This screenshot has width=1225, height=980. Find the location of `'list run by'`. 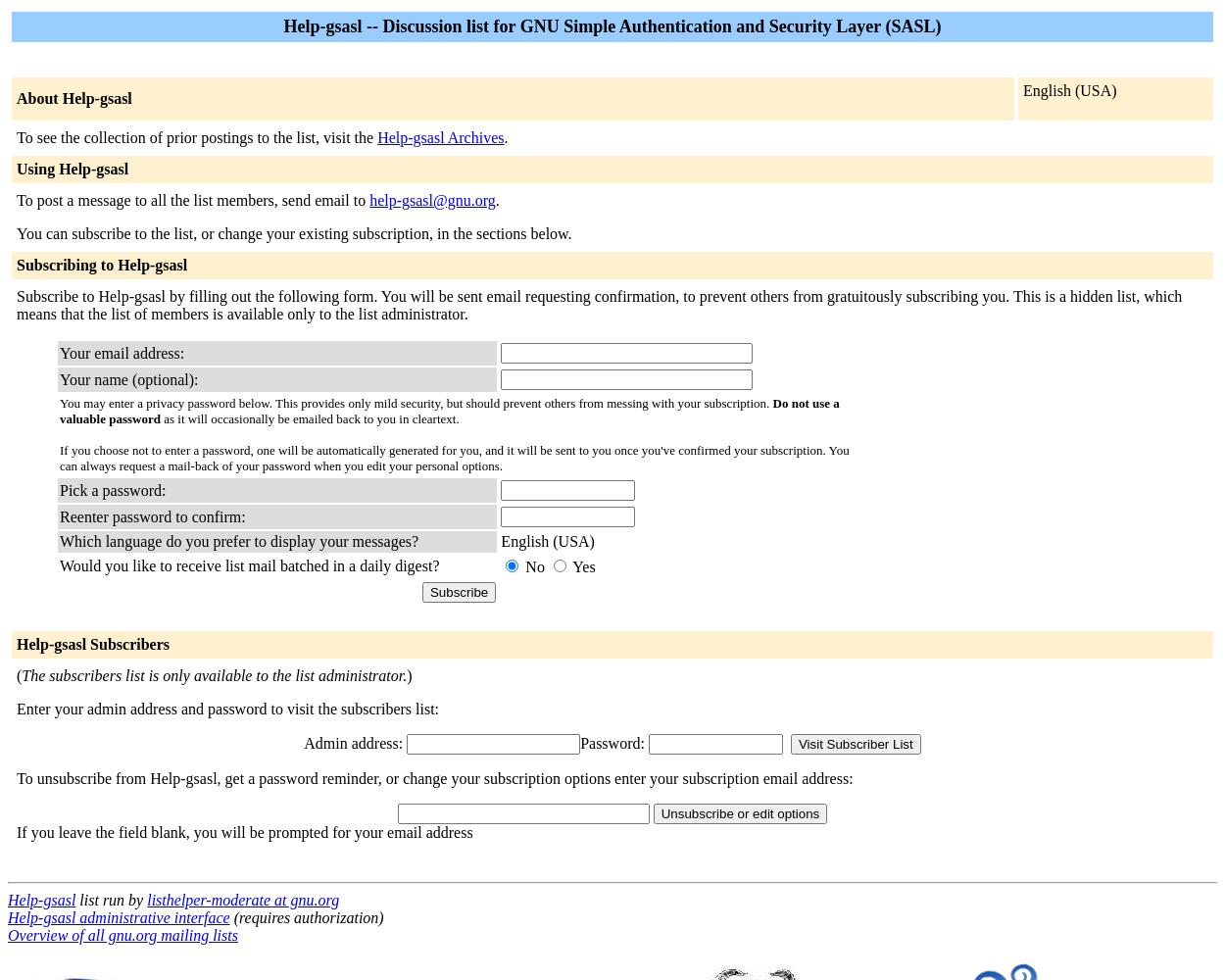

'list run by' is located at coordinates (110, 900).